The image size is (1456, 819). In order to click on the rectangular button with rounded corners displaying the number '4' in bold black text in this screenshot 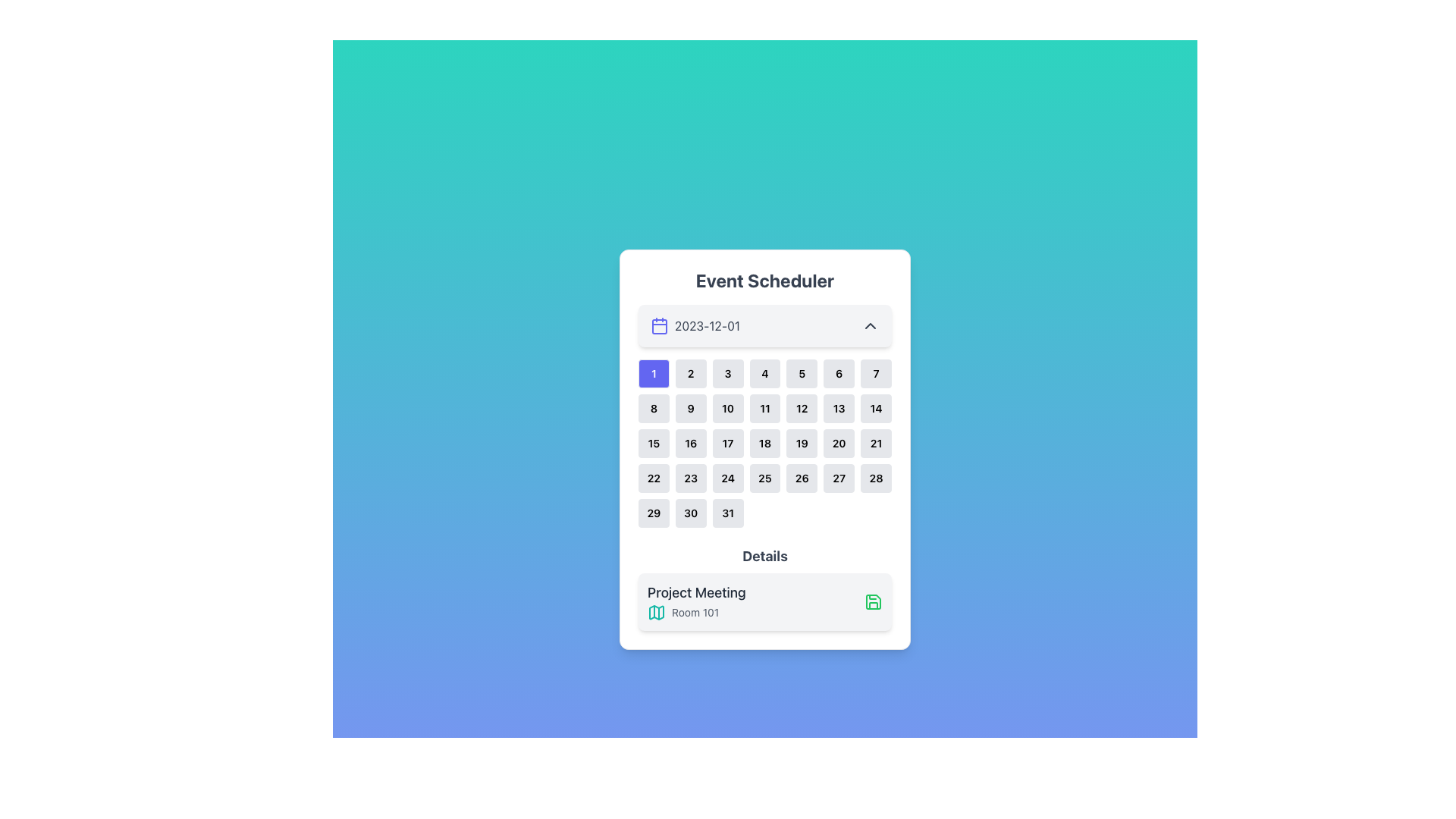, I will do `click(764, 374)`.